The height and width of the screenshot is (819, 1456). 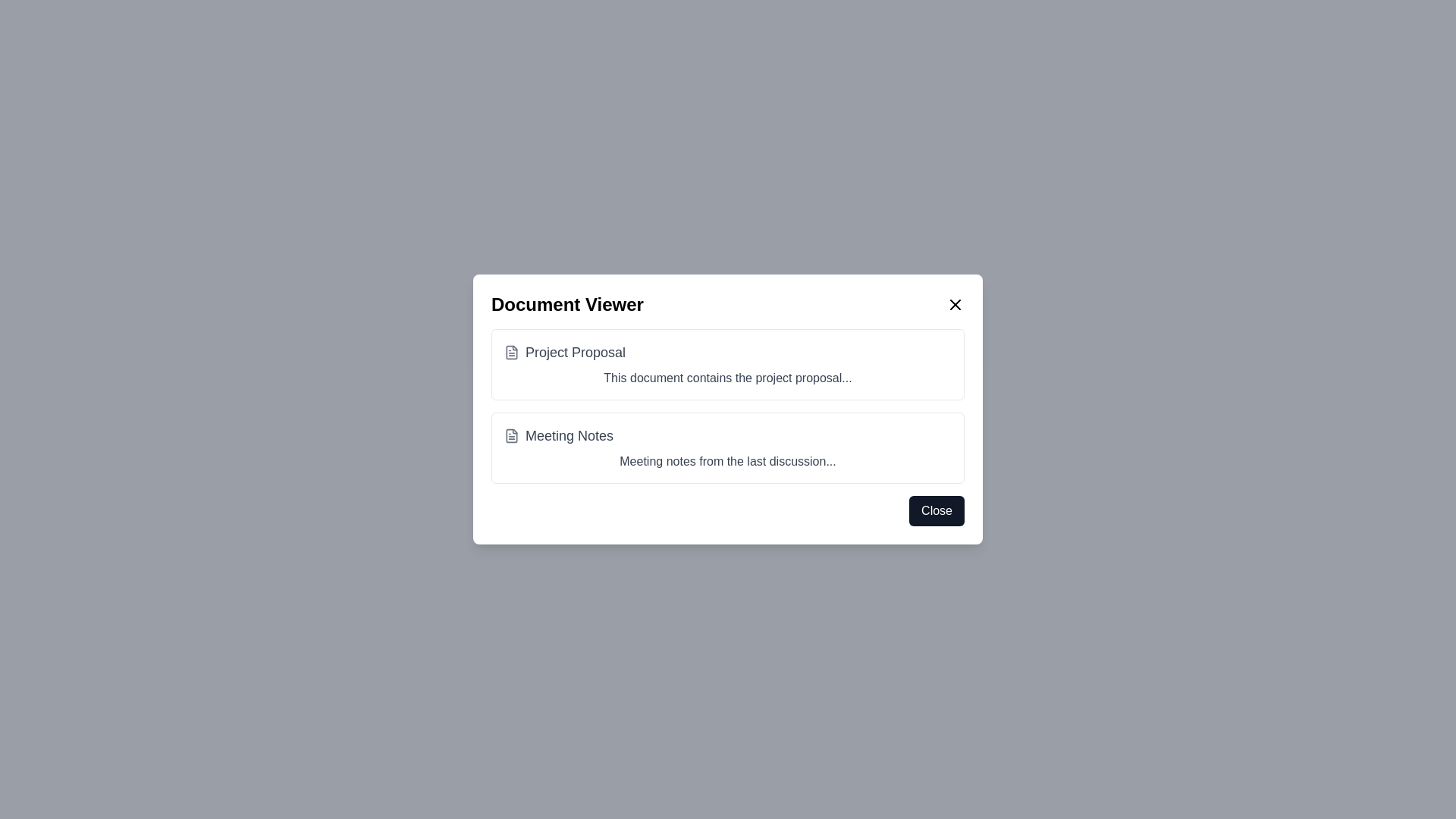 What do you see at coordinates (569, 435) in the screenshot?
I see `the 'Meeting Notes' text label in the 'Document Viewer' dialog, which is the second item in a vertical list, located below the 'Project Proposal' label` at bounding box center [569, 435].